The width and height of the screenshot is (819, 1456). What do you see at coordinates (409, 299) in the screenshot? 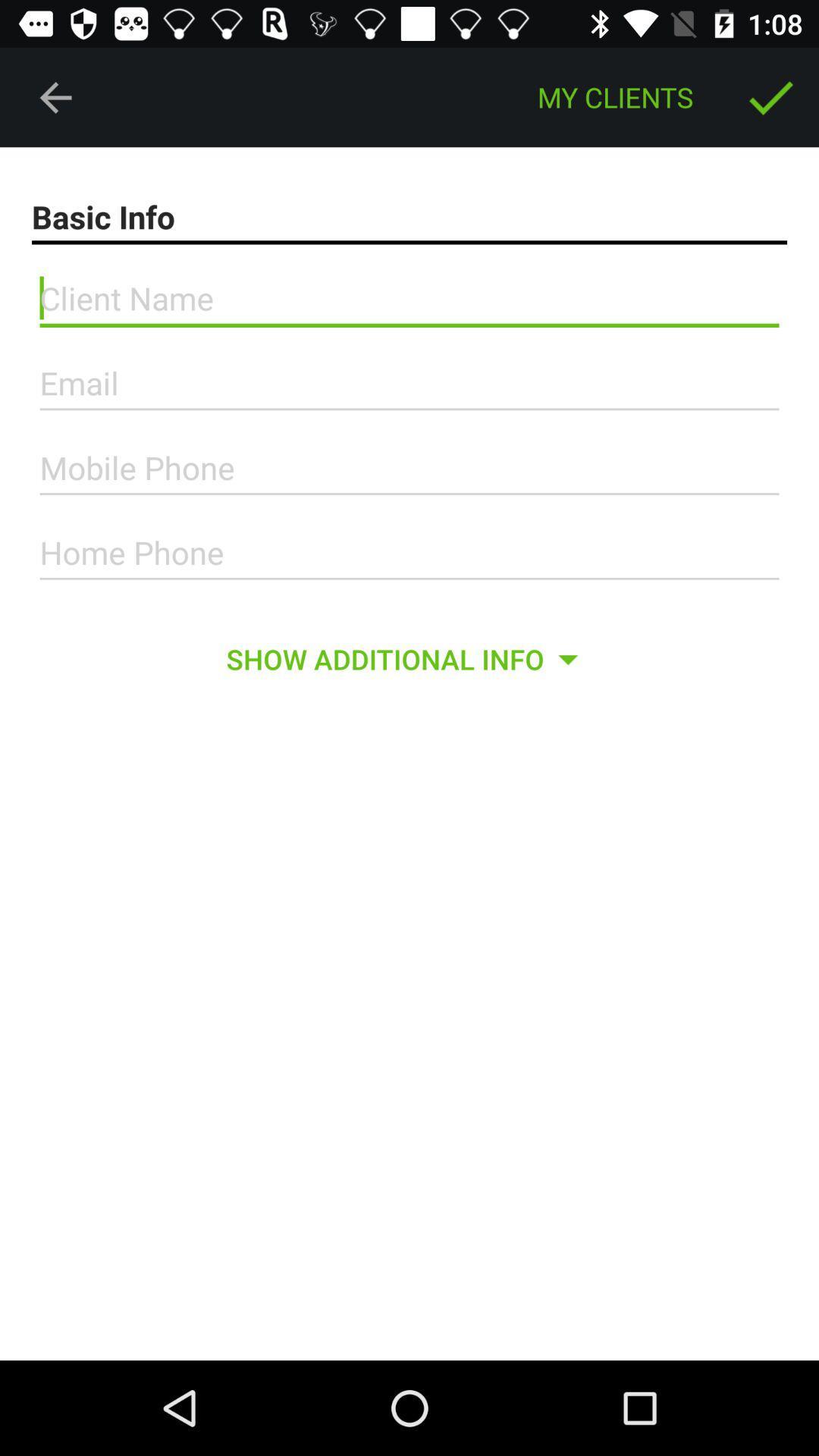
I see `edit client name` at bounding box center [409, 299].